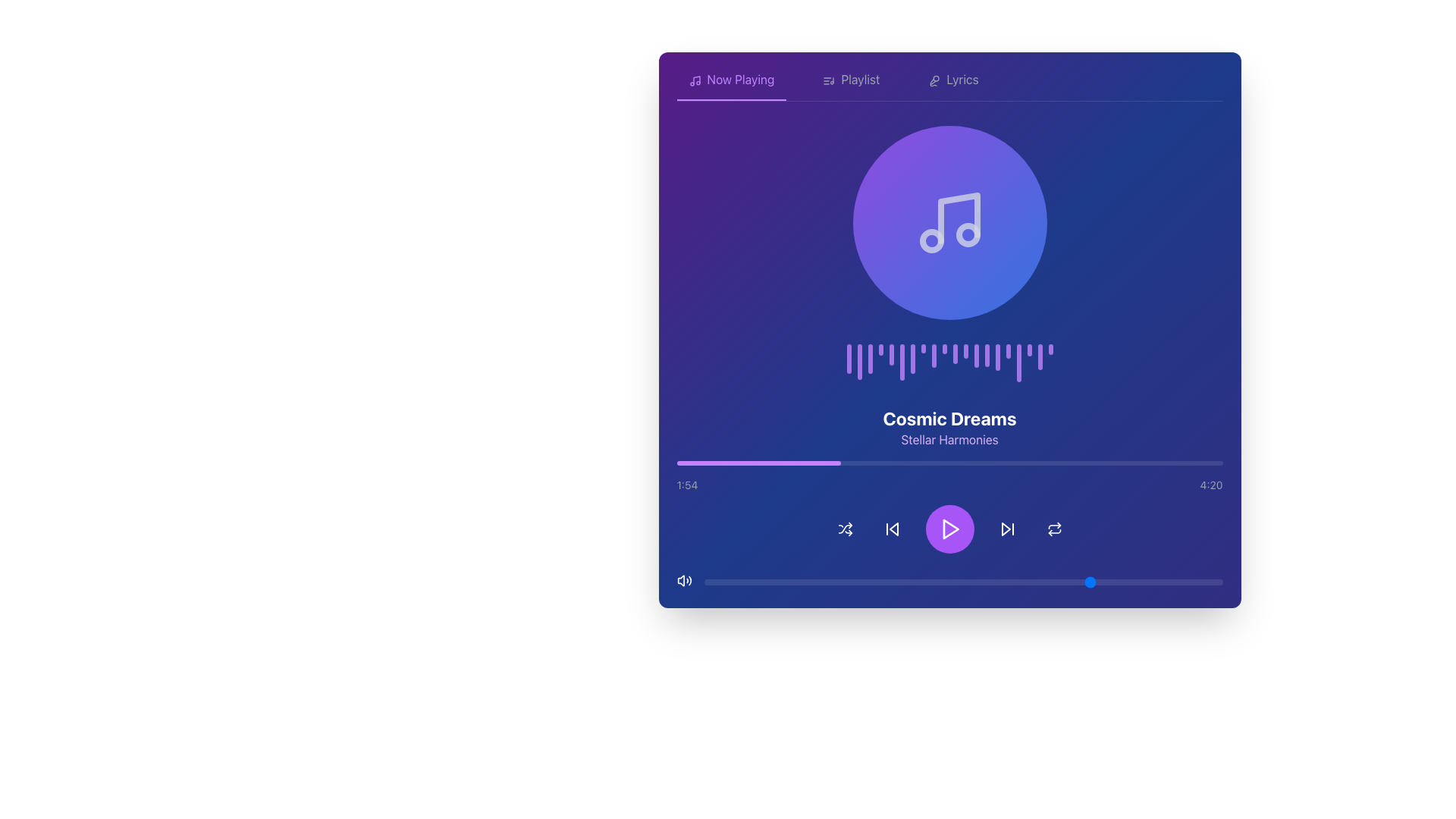 The image size is (1456, 819). Describe the element at coordinates (880, 350) in the screenshot. I see `the fourth decorative visual bar in the audio spectrum display, which complements the music playback theme of the interface` at that location.